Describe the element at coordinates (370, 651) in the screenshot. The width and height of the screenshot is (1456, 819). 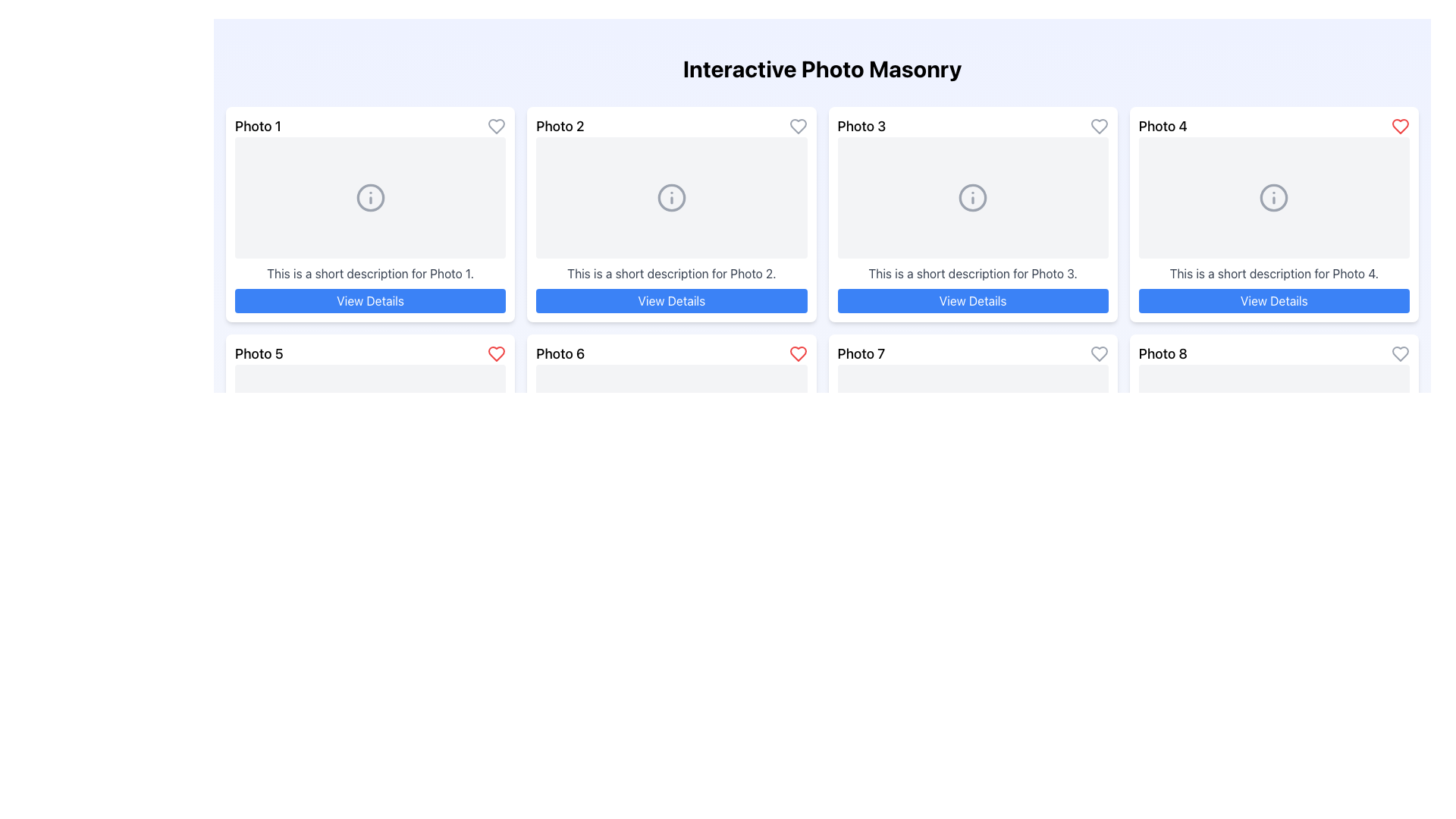
I see `central icon in the grid layout that indicates additional information, located in the card corresponding to Photo 5 in the second row` at that location.